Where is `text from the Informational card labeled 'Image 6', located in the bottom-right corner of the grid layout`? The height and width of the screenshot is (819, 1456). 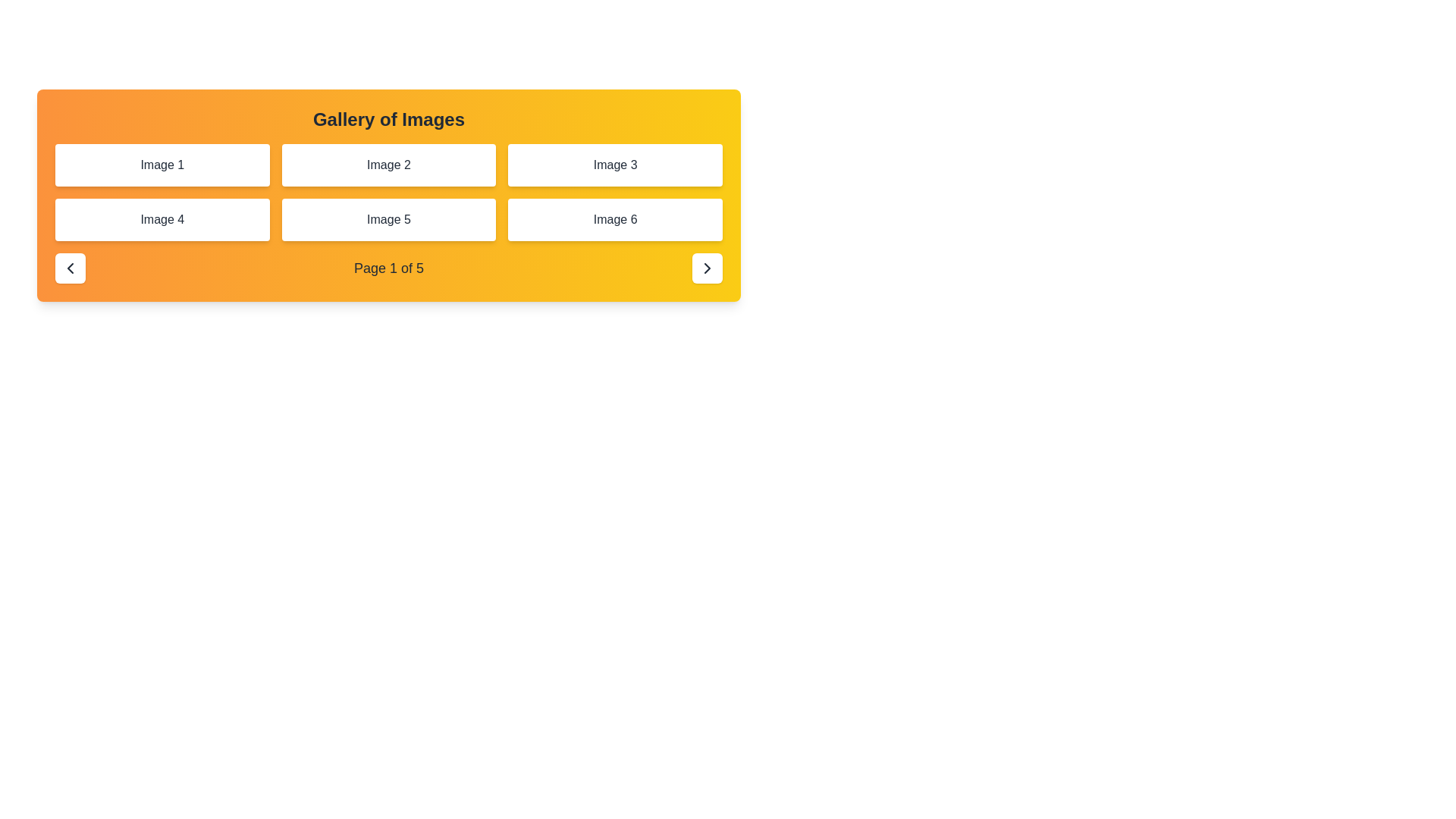
text from the Informational card labeled 'Image 6', located in the bottom-right corner of the grid layout is located at coordinates (615, 219).